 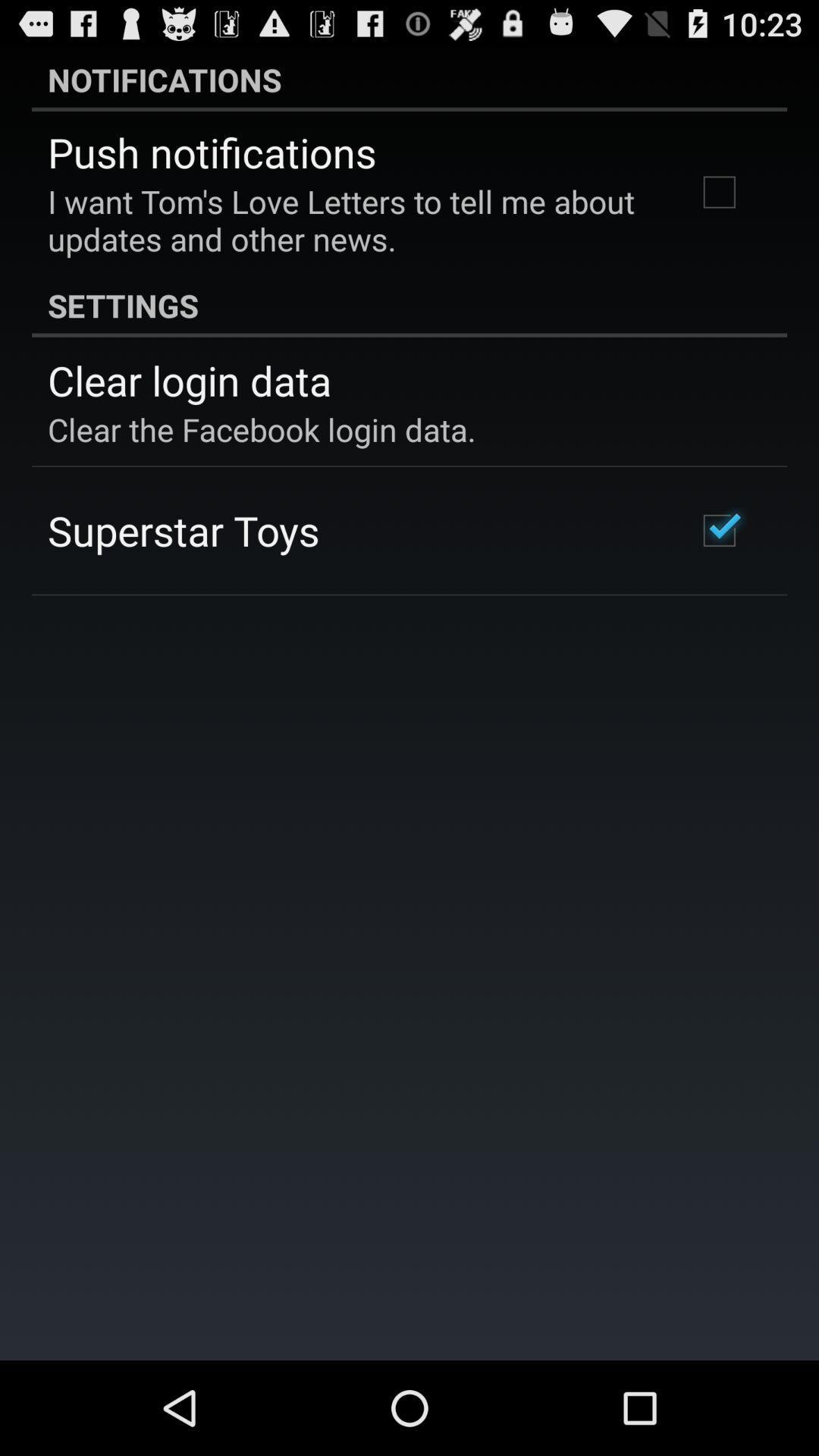 What do you see at coordinates (351, 219) in the screenshot?
I see `the icon below the push notifications item` at bounding box center [351, 219].